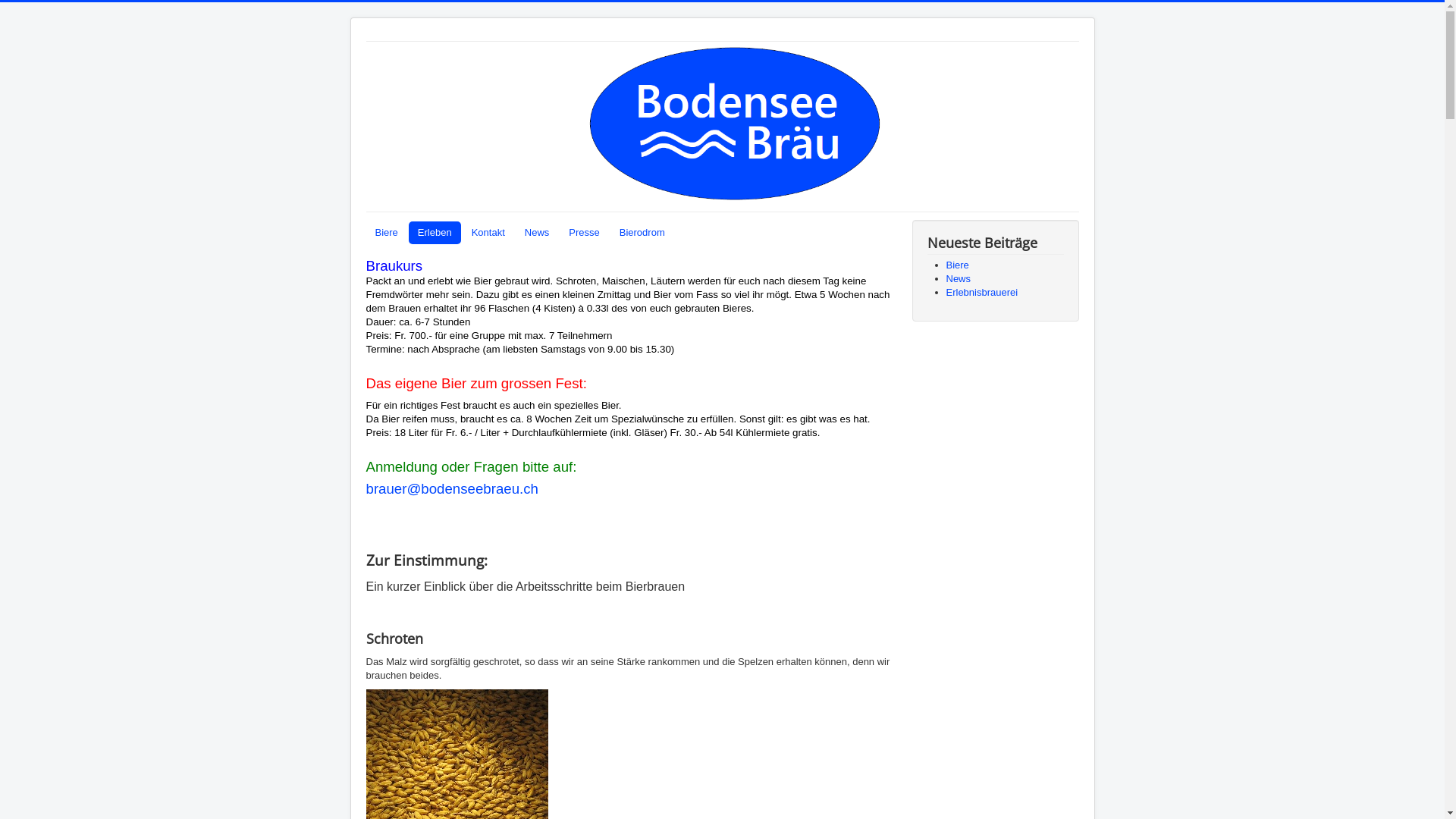 The width and height of the screenshot is (1456, 819). I want to click on 'Erleben', so click(434, 233).